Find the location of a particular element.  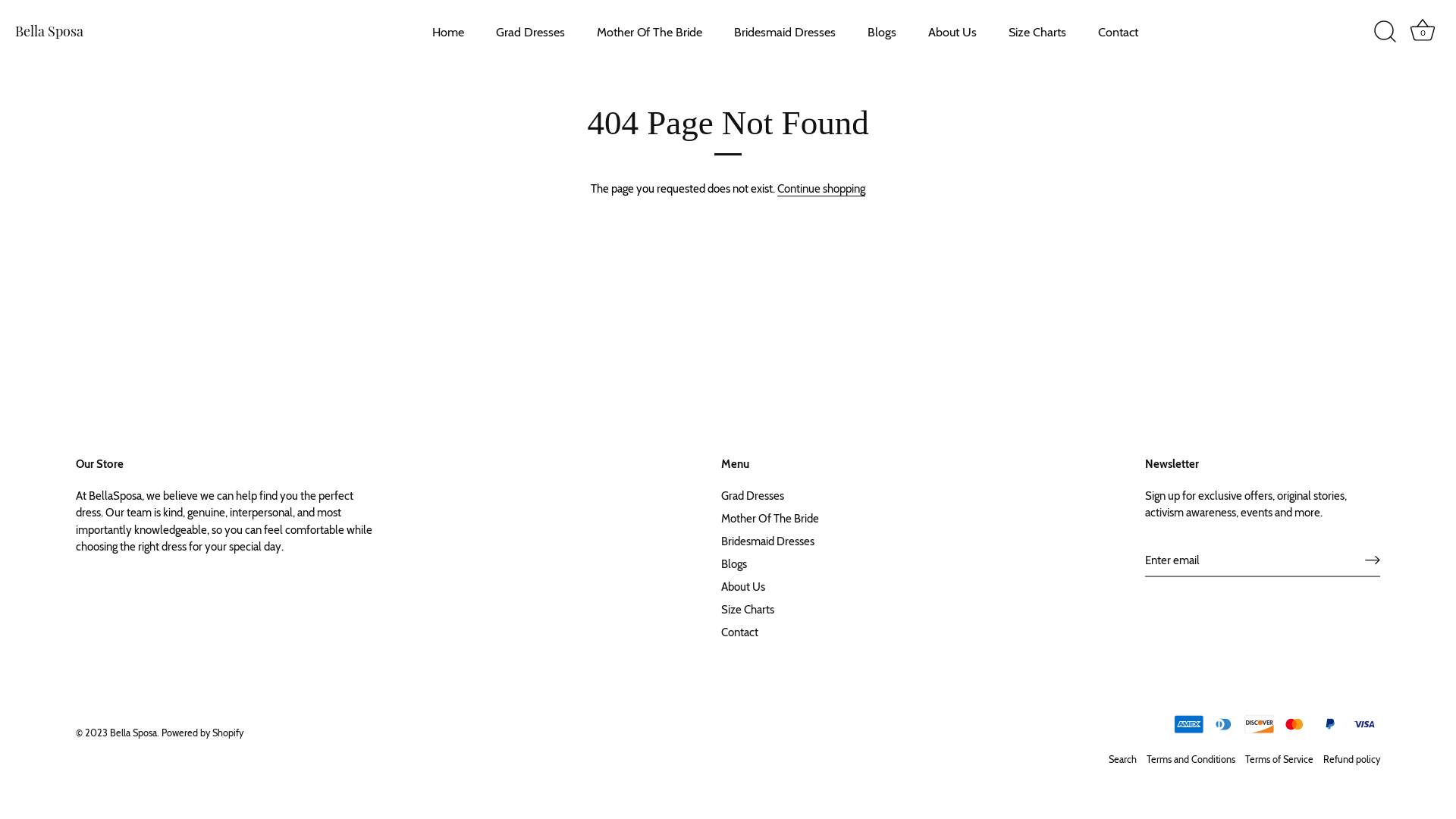

'RIGHT ARROW LONG' is located at coordinates (1372, 560).